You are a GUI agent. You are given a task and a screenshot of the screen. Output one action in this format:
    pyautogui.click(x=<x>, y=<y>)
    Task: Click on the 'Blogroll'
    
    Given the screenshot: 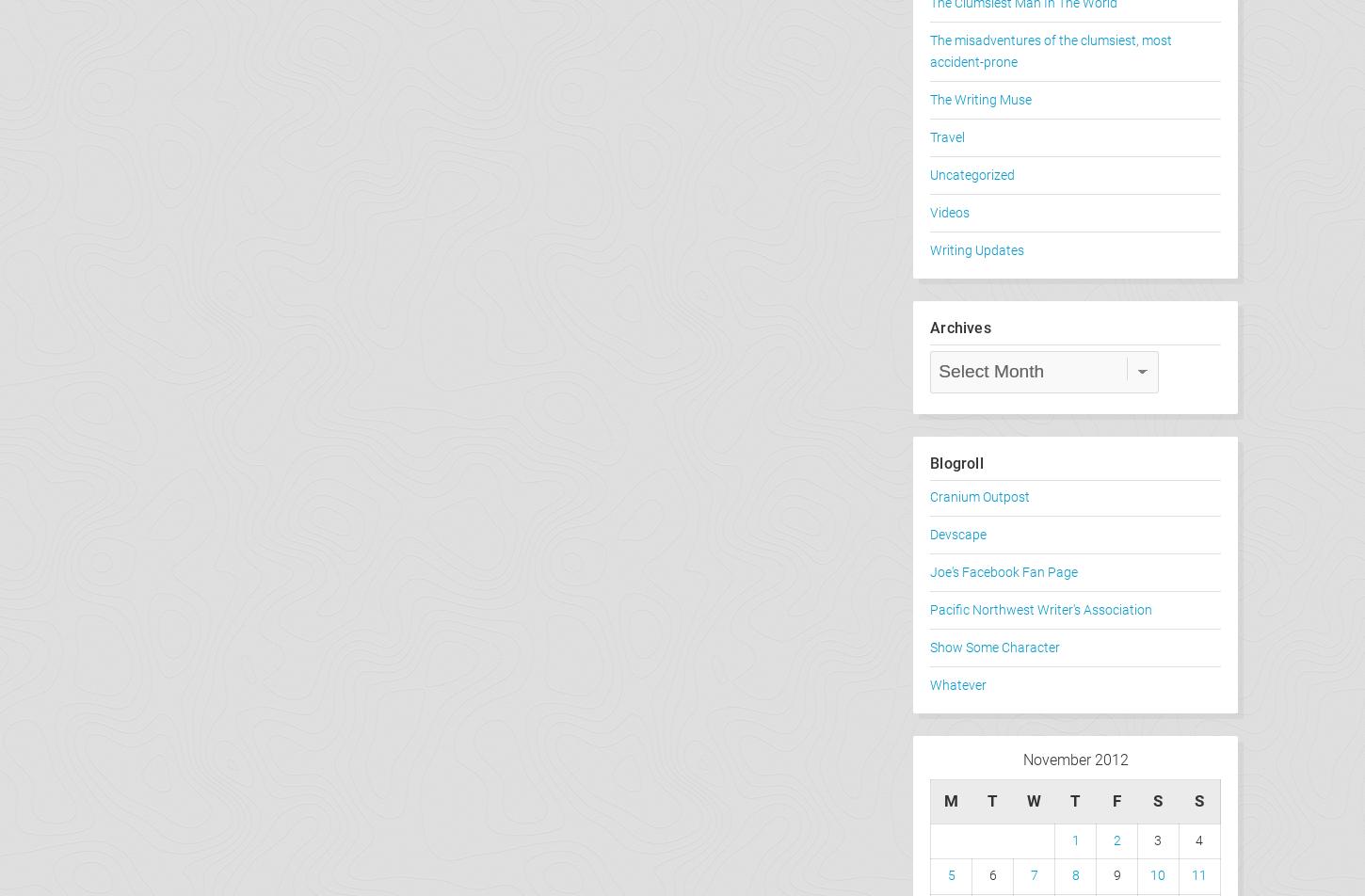 What is the action you would take?
    pyautogui.click(x=956, y=463)
    